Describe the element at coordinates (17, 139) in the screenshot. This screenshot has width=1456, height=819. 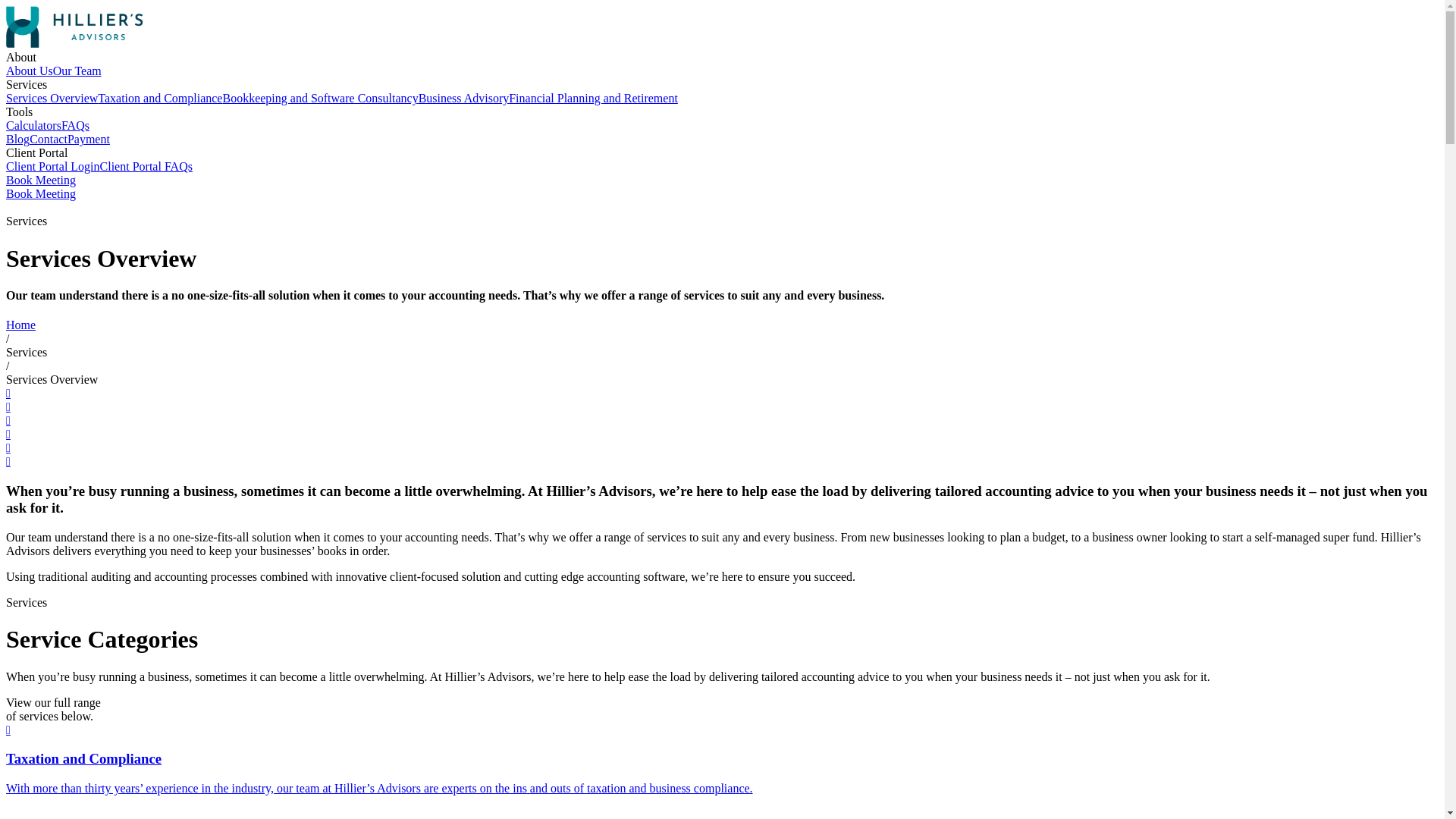
I see `'Blog'` at that location.